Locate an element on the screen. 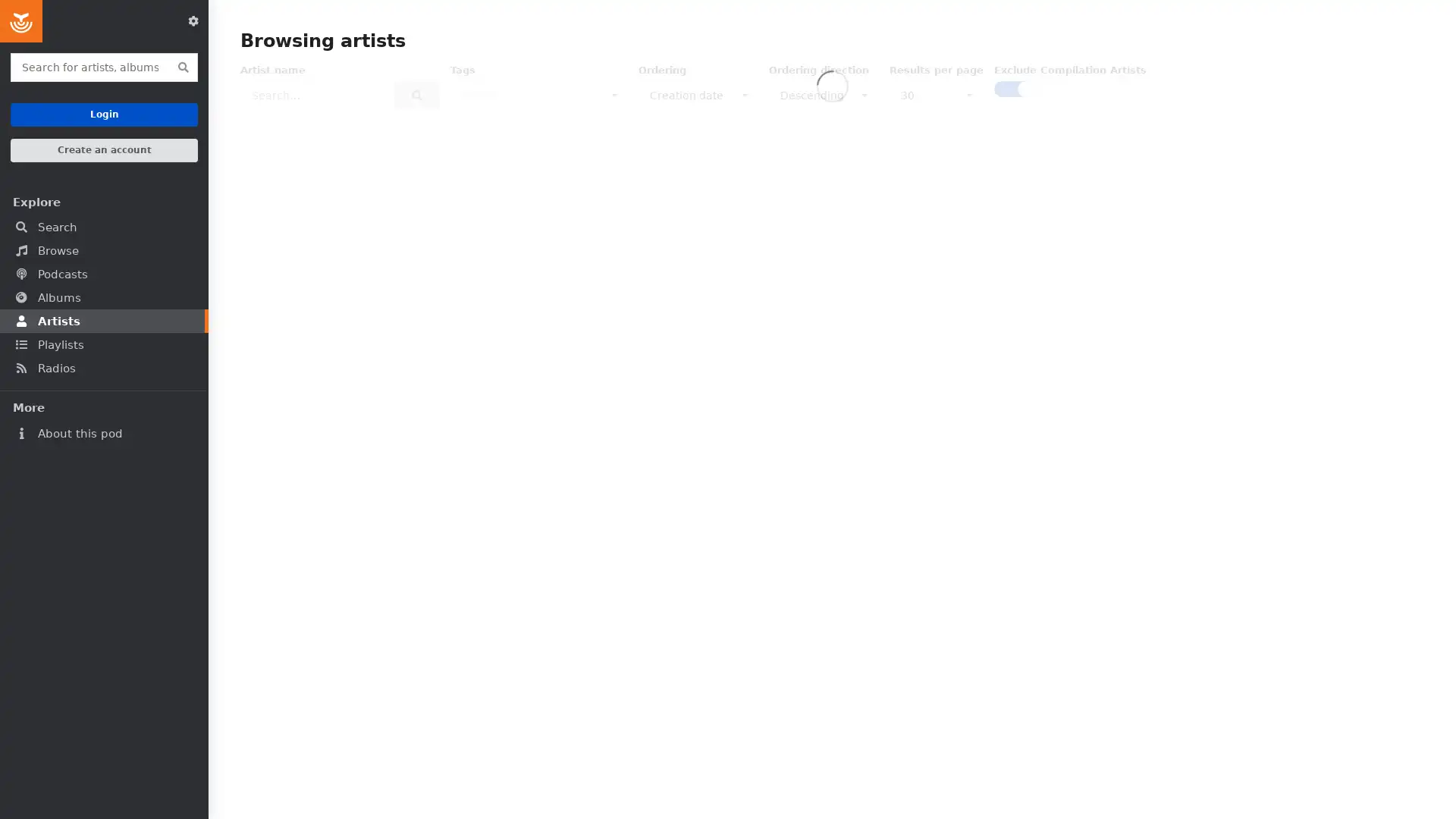  Play artist is located at coordinates (861, 259).